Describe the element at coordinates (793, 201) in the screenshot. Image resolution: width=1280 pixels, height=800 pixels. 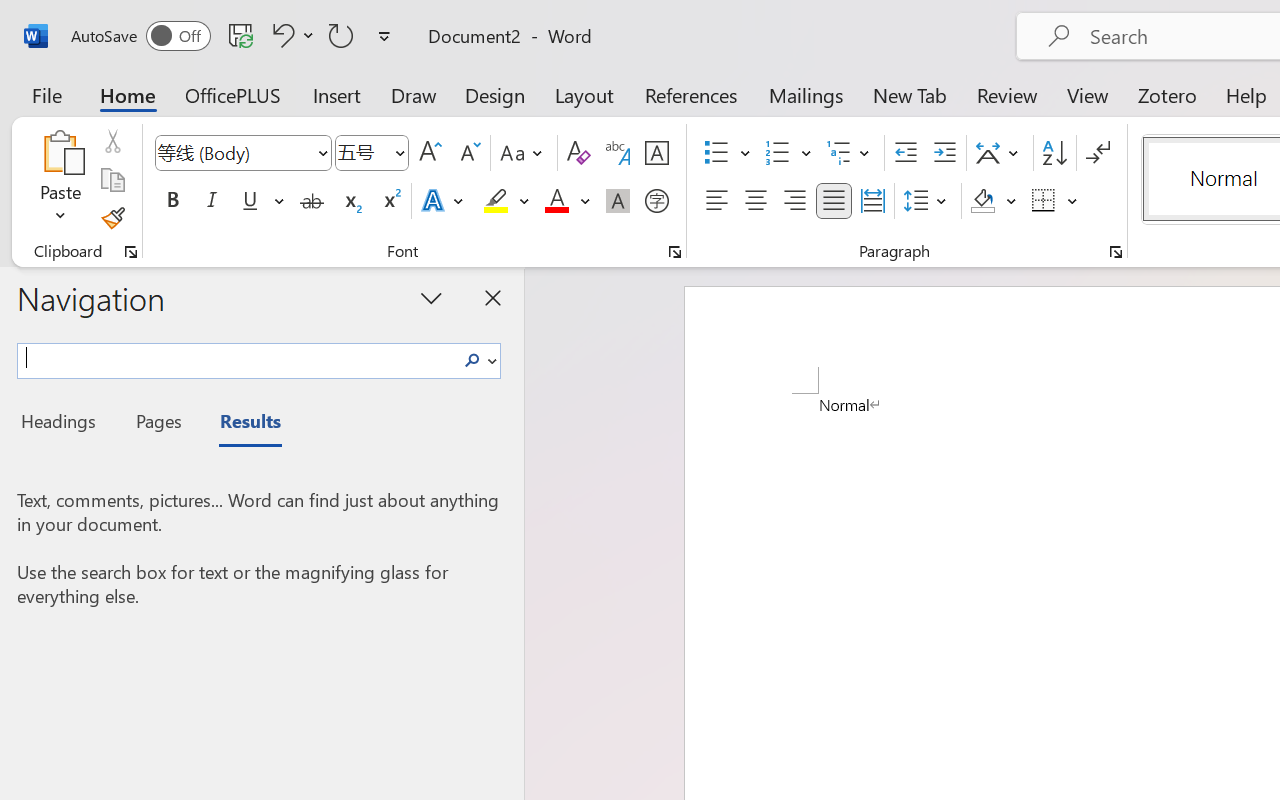
I see `'Align Right'` at that location.